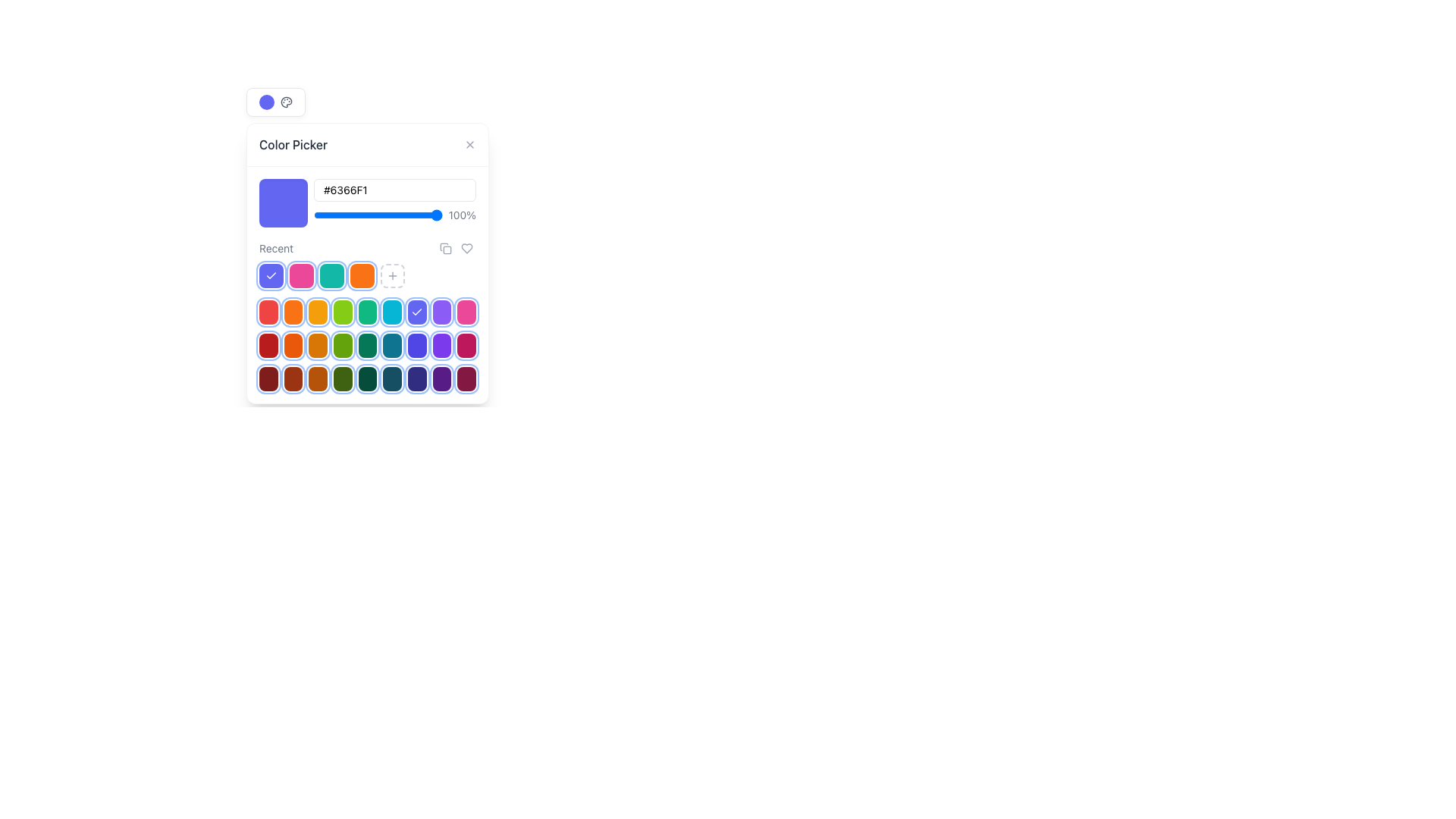 This screenshot has width=1456, height=819. I want to click on the button in the third column of the third row in the color selection grid of the 'Color Picker' application, so click(317, 345).